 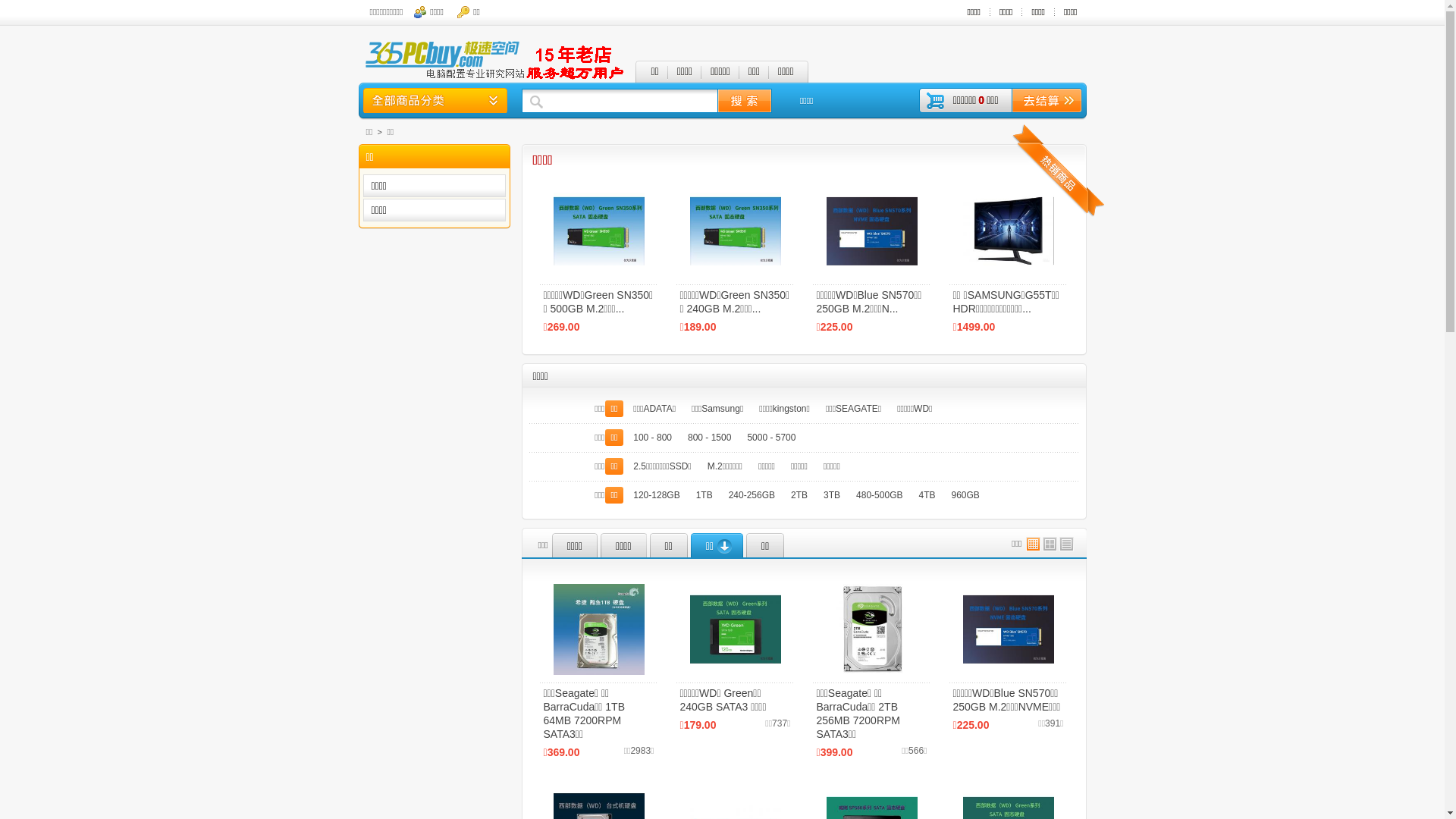 I want to click on '960GB', so click(x=964, y=494).